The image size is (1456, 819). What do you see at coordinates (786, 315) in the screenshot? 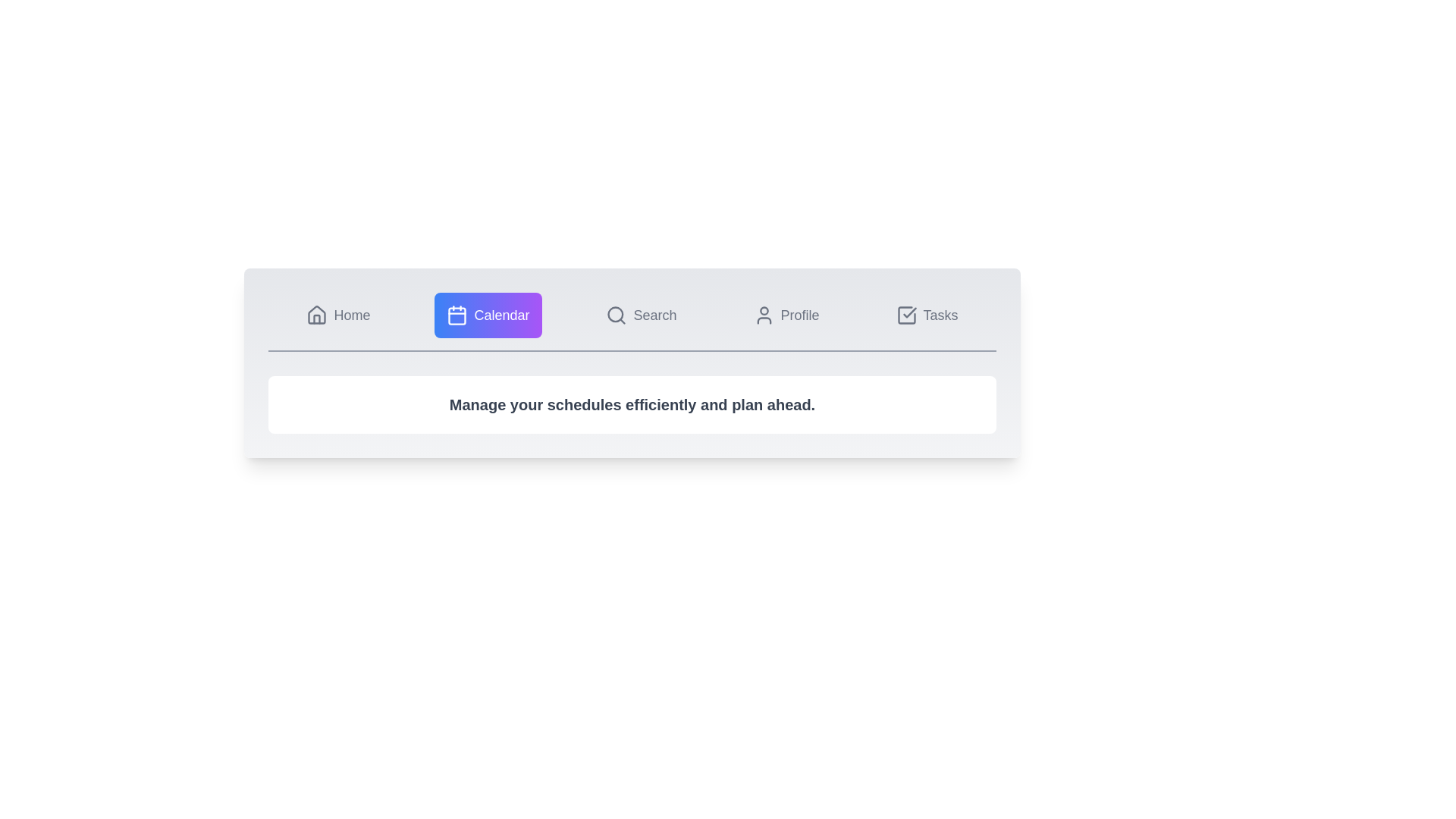
I see `the Profile tab` at bounding box center [786, 315].